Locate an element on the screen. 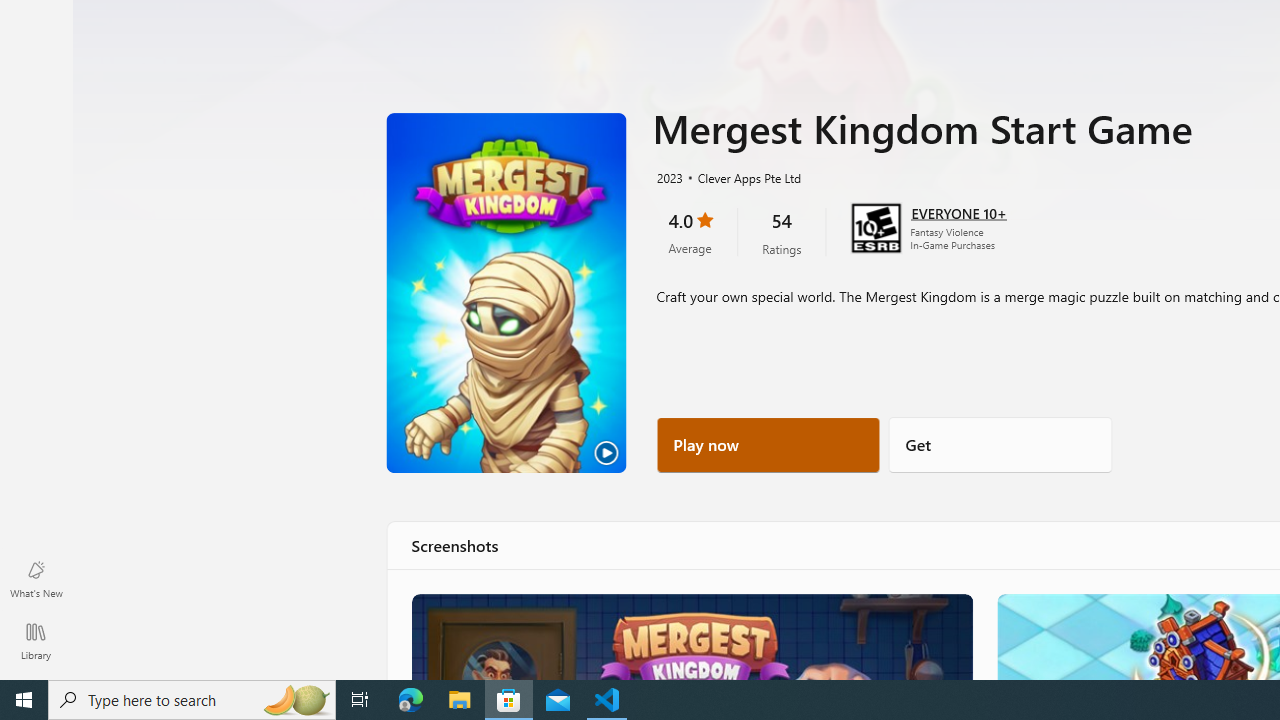 Image resolution: width=1280 pixels, height=720 pixels. '4.0 stars. Click to skip to ratings and reviews' is located at coordinates (689, 231).